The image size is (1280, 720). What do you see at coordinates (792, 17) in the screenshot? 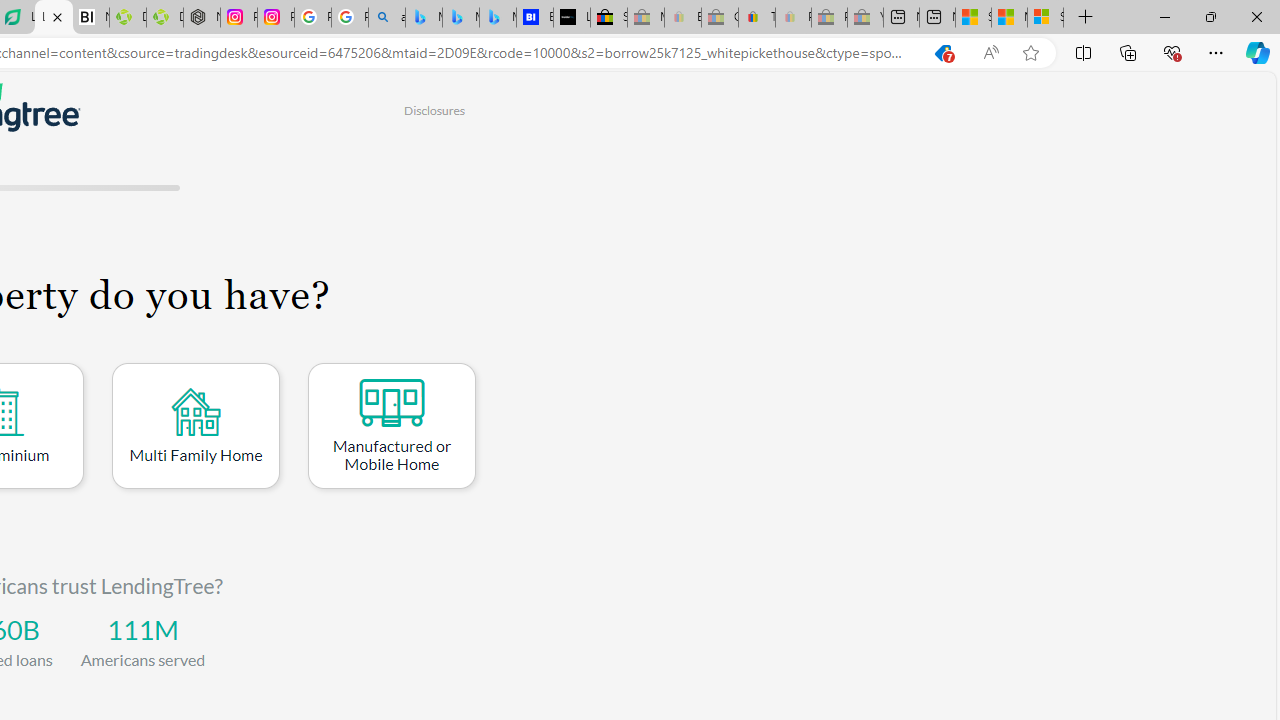
I see `'Payments Terms of Use | eBay.com - Sleeping'` at bounding box center [792, 17].